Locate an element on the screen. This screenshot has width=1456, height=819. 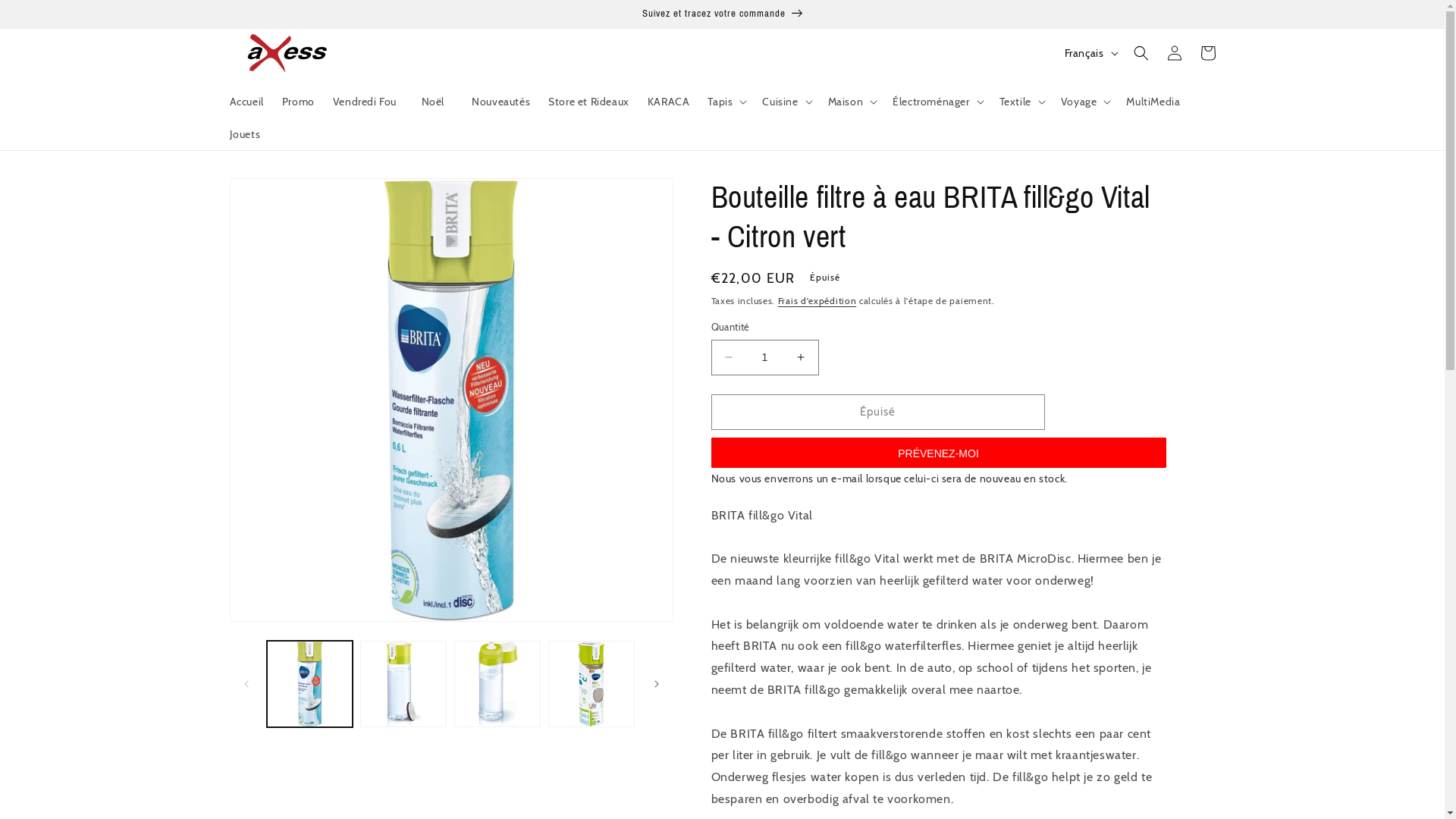
'Store et Rideaux' is located at coordinates (588, 102).